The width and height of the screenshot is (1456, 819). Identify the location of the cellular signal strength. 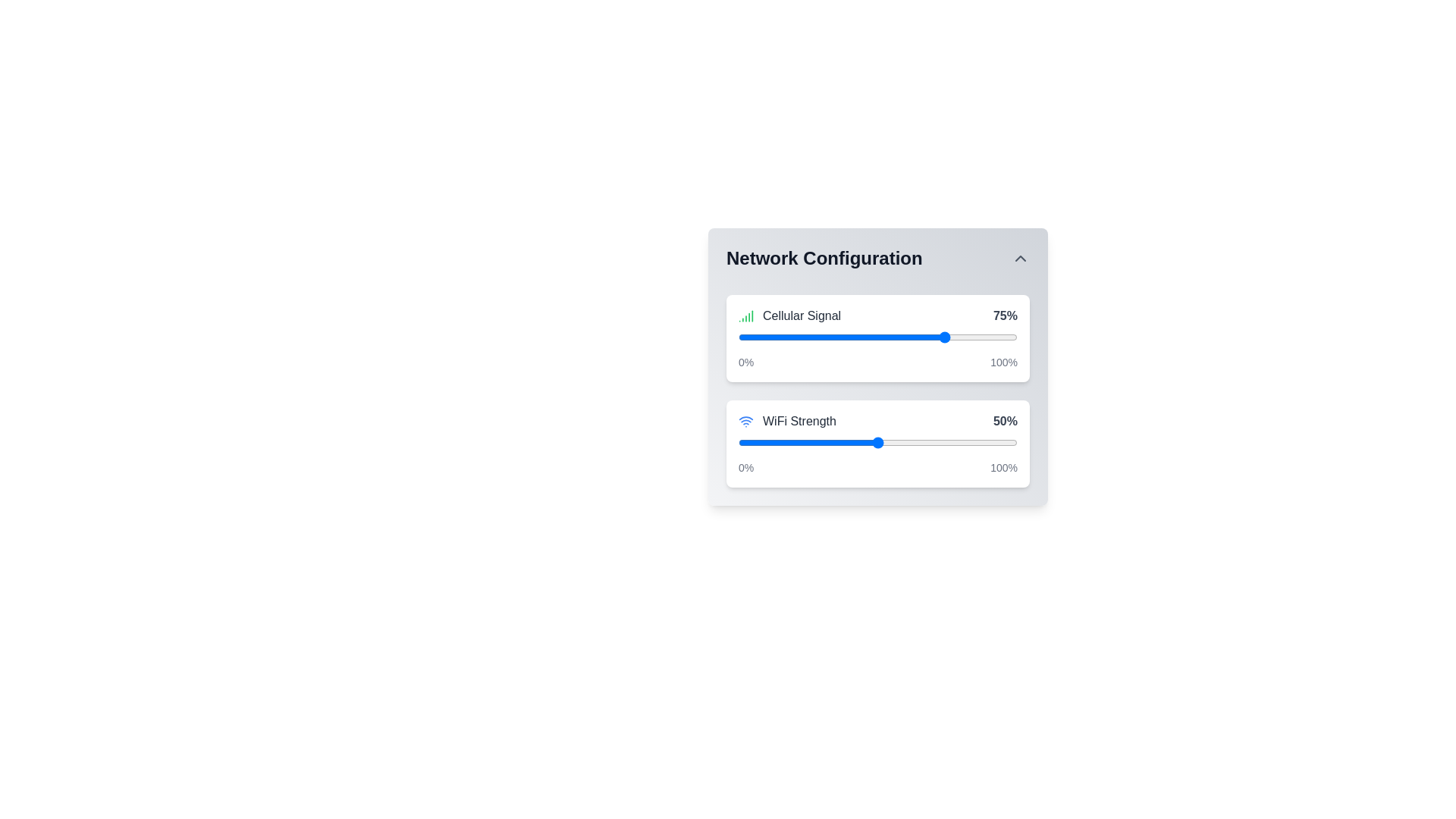
(880, 336).